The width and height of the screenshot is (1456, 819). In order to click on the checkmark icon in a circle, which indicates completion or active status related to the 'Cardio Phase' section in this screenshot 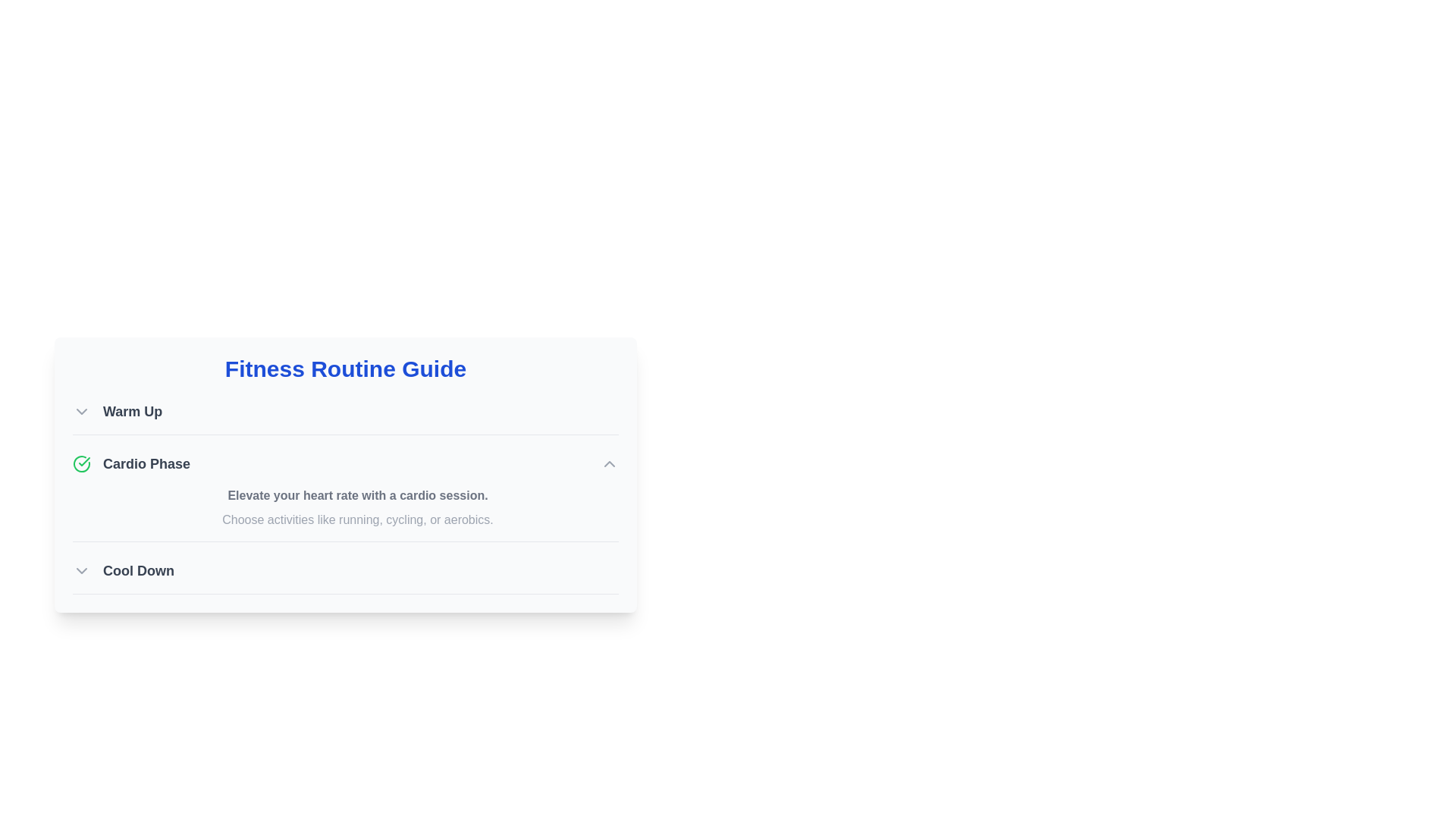, I will do `click(81, 463)`.